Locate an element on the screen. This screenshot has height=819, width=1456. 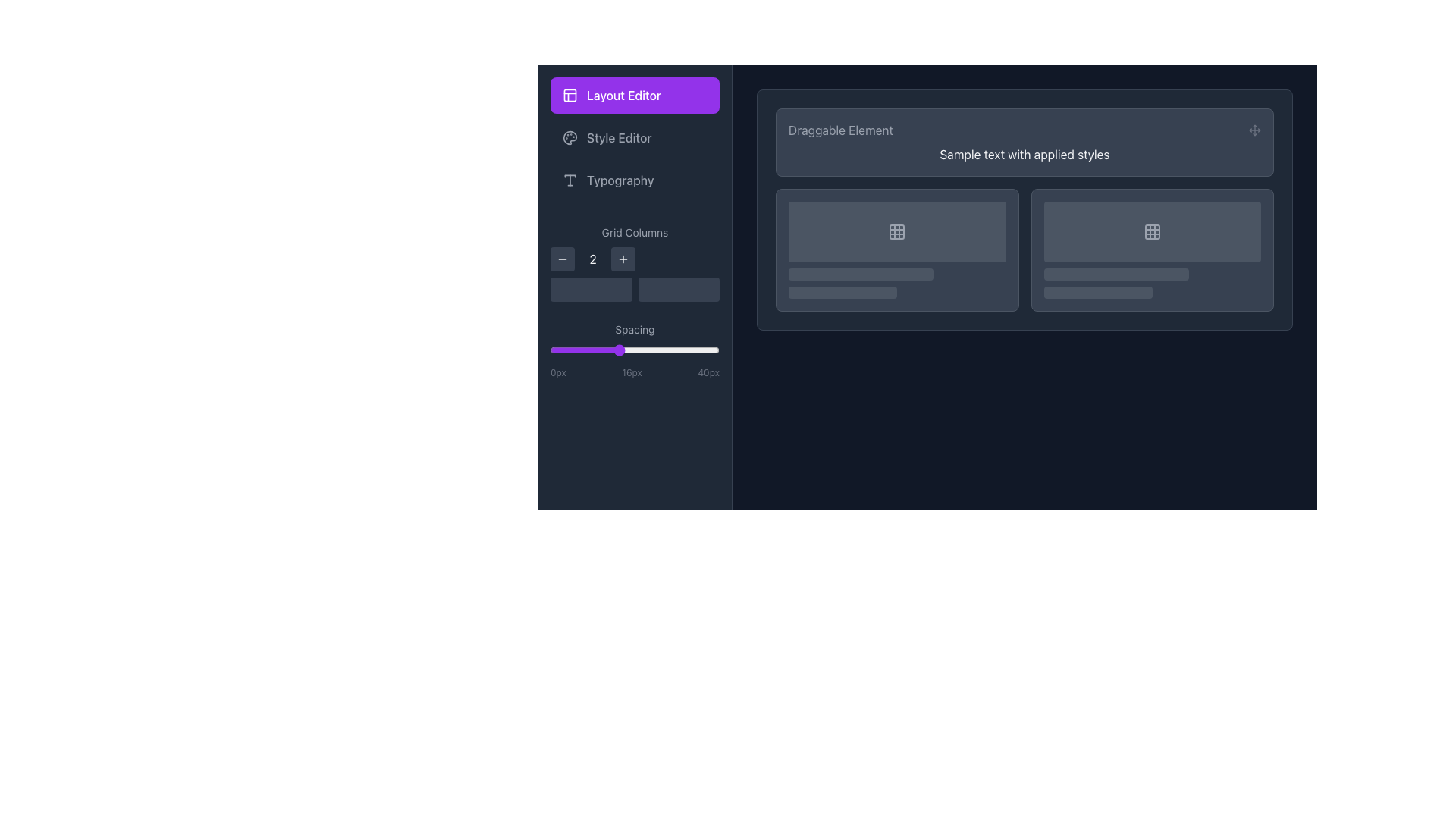
the minus icon button located in the left-side control panel is located at coordinates (562, 259).